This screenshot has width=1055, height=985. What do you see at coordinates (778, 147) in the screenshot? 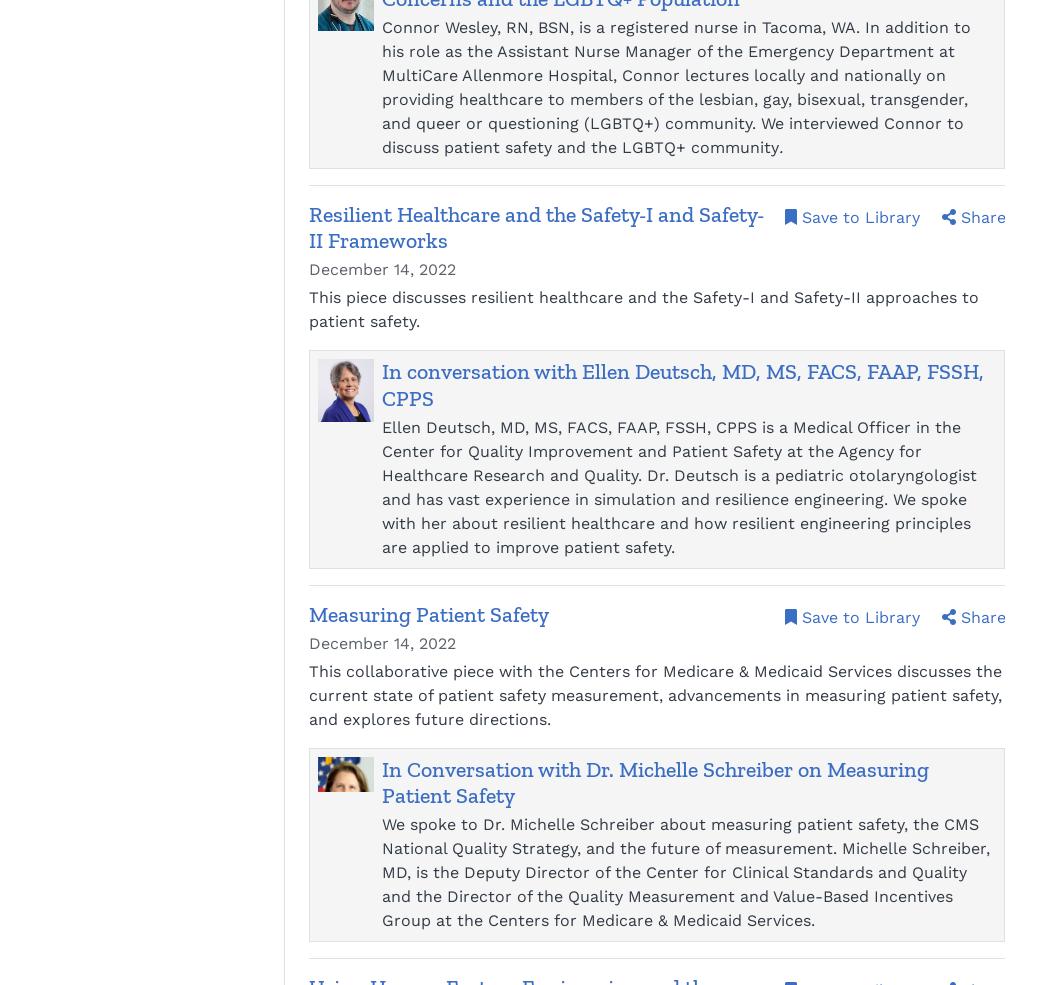
I see `'.'` at bounding box center [778, 147].